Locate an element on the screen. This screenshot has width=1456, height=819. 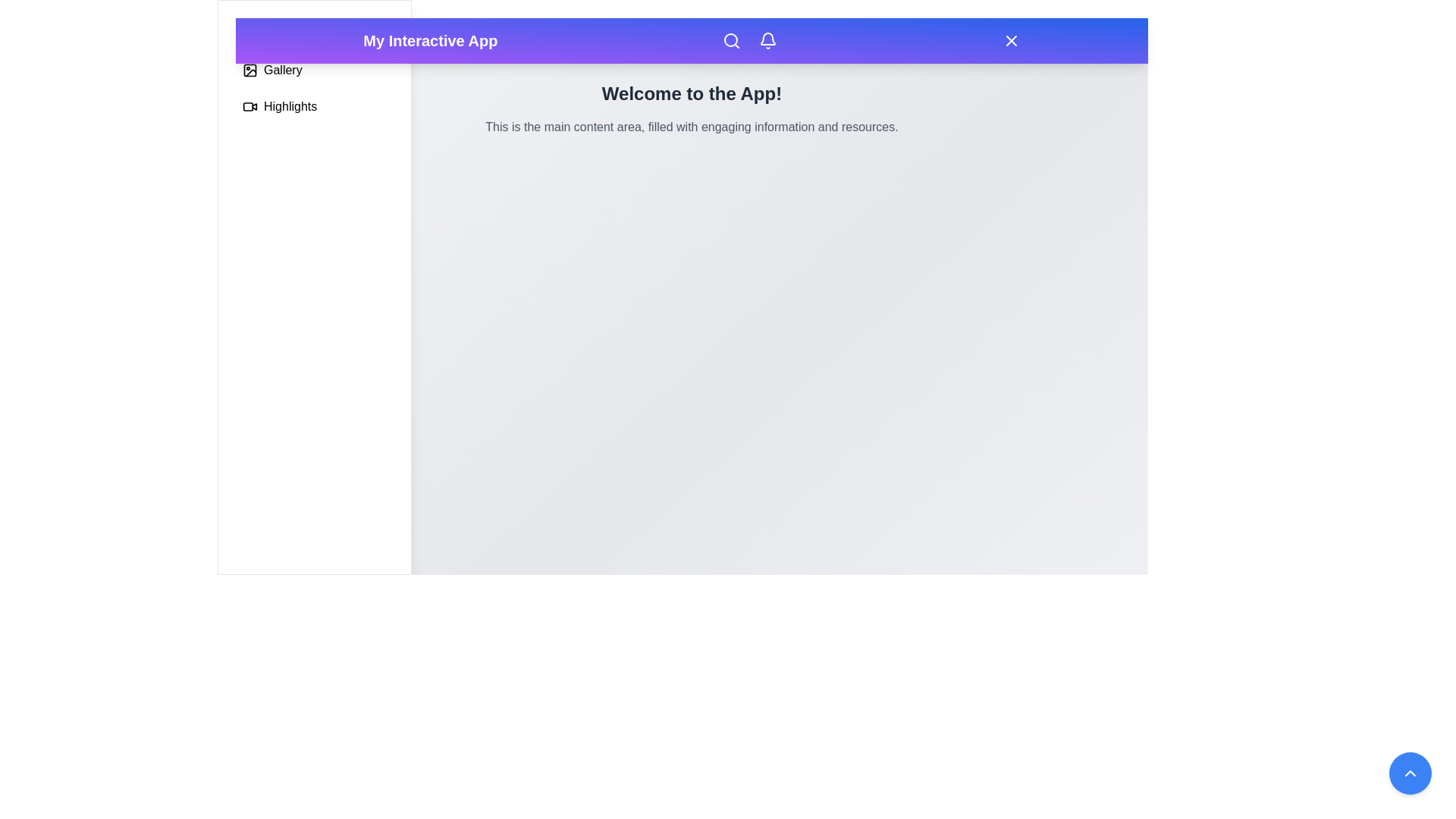
the 'Gallery' icon located in the left sidebar, which is the first menu item preceding the text 'Gallery' is located at coordinates (250, 70).